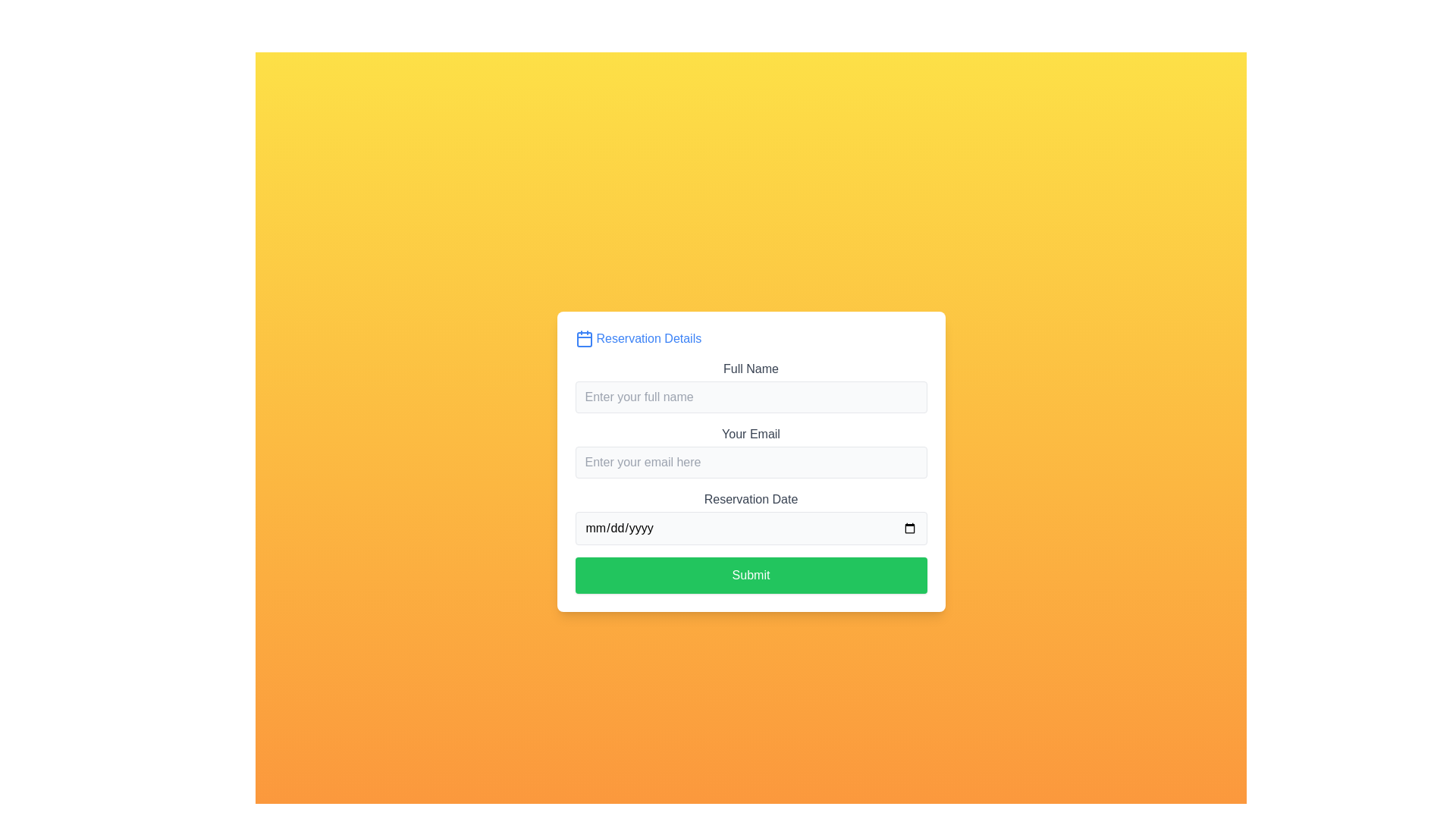 This screenshot has height=819, width=1456. Describe the element at coordinates (751, 338) in the screenshot. I see `header text element with an icon located at the top of the white card, which indicates the purpose of the user inputs below` at that location.